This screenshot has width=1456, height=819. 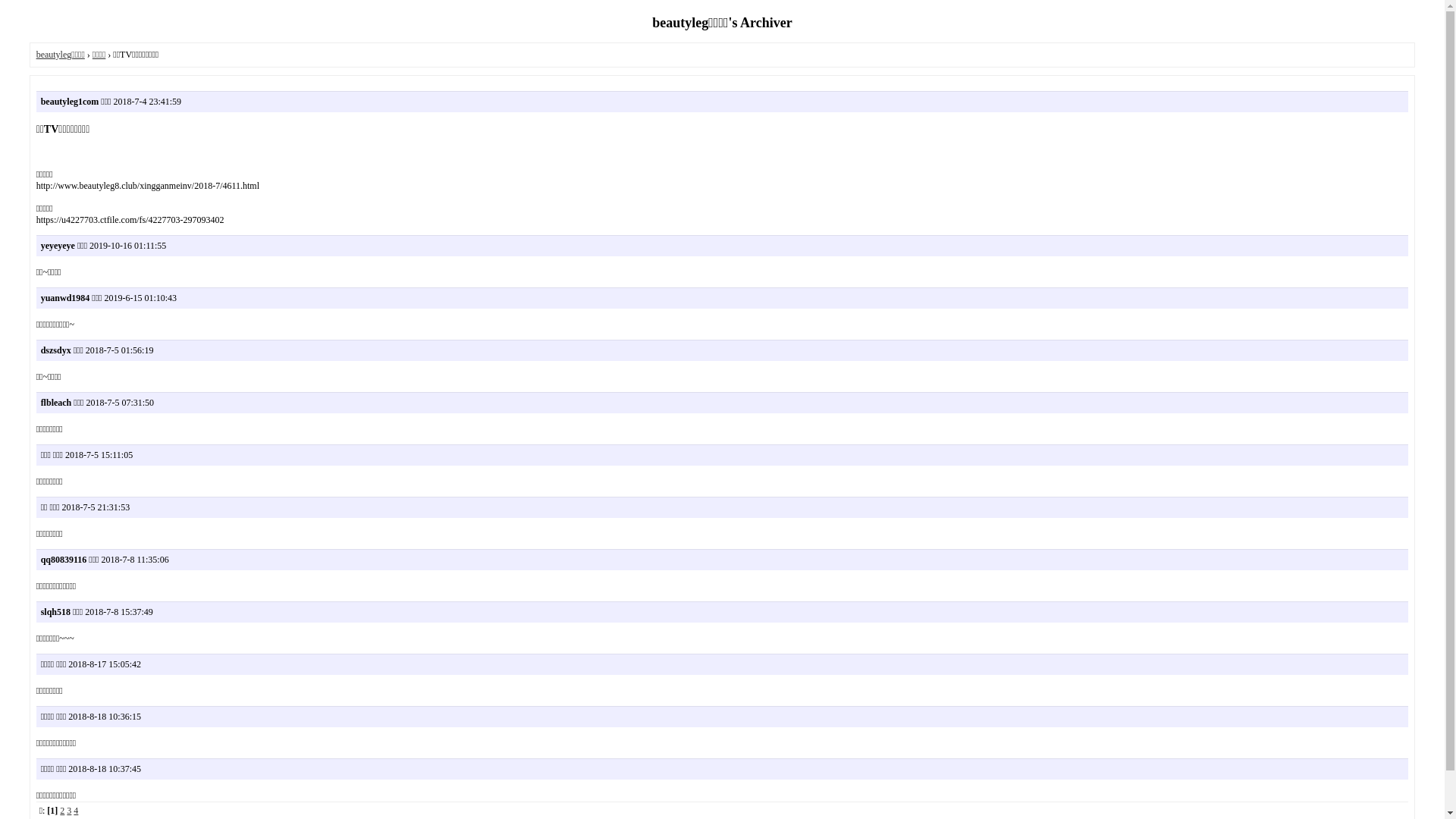 What do you see at coordinates (75, 809) in the screenshot?
I see `'4'` at bounding box center [75, 809].